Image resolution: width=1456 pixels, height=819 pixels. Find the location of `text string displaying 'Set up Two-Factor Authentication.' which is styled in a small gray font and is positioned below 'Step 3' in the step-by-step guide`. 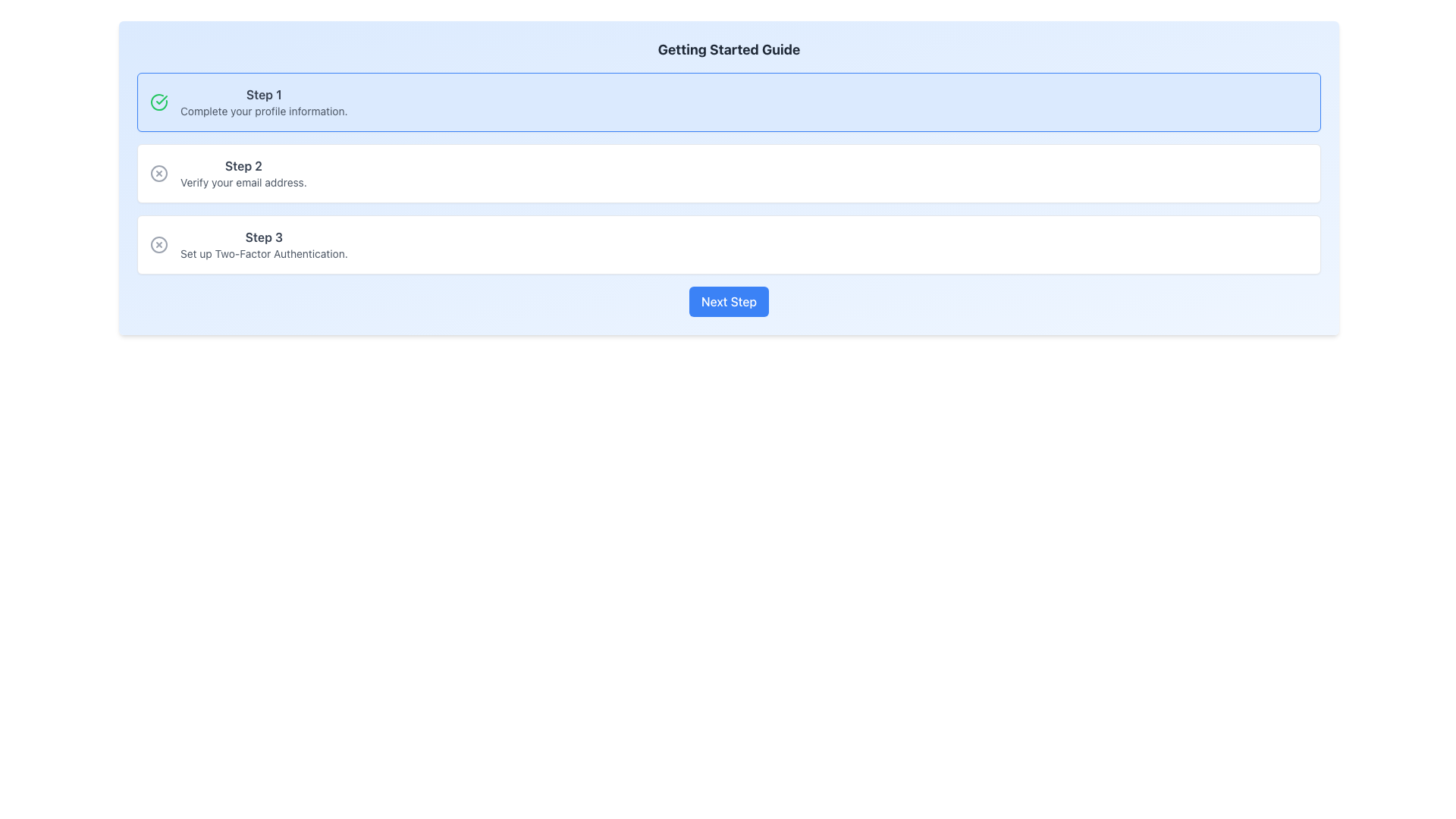

text string displaying 'Set up Two-Factor Authentication.' which is styled in a small gray font and is positioned below 'Step 3' in the step-by-step guide is located at coordinates (264, 253).